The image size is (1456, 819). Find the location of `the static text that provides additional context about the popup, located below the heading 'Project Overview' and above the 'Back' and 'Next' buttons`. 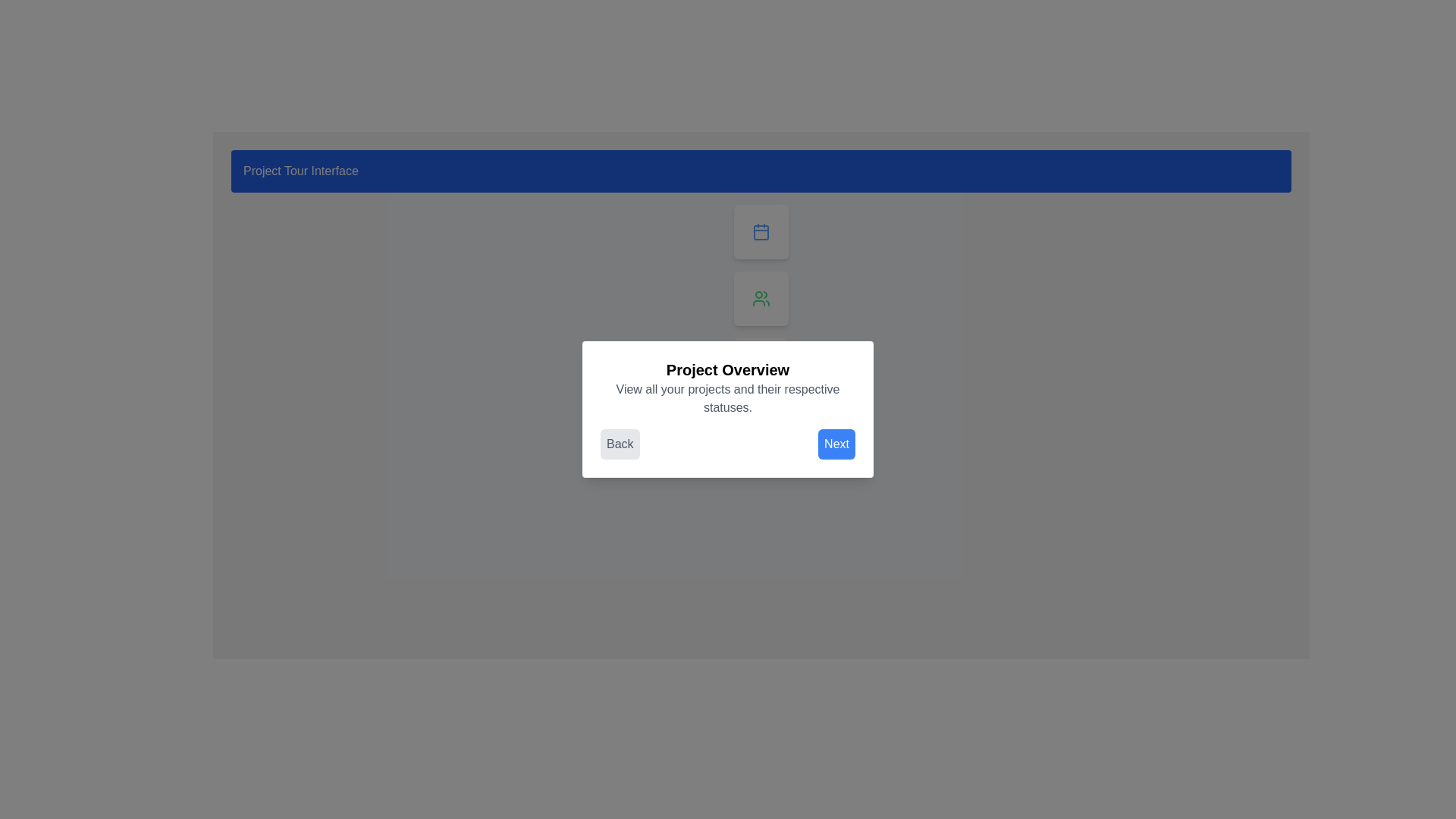

the static text that provides additional context about the popup, located below the heading 'Project Overview' and above the 'Back' and 'Next' buttons is located at coordinates (728, 397).